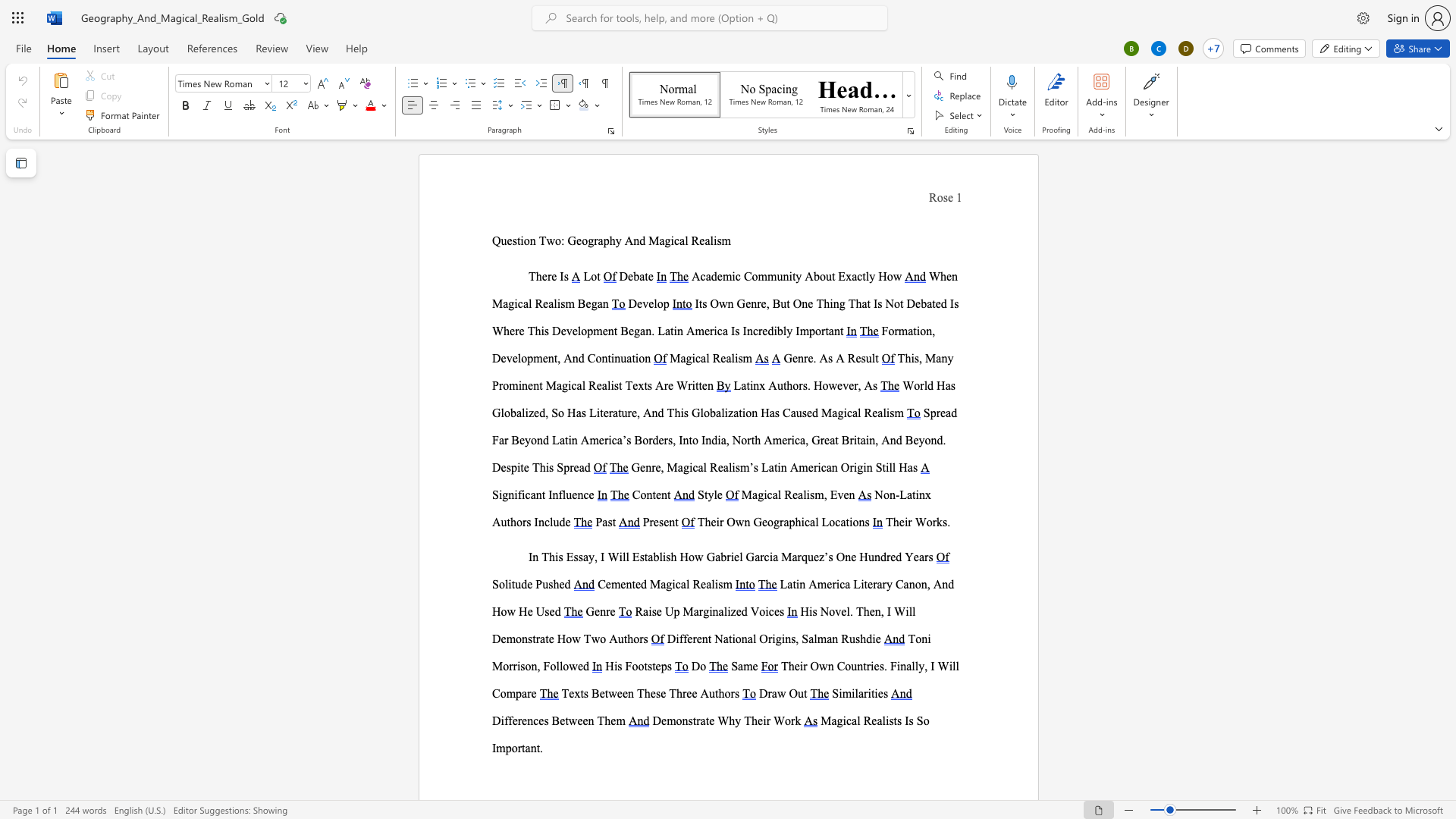 The width and height of the screenshot is (1456, 819). What do you see at coordinates (544, 466) in the screenshot?
I see `the space between the continuous character "h" and "i" in the text` at bounding box center [544, 466].